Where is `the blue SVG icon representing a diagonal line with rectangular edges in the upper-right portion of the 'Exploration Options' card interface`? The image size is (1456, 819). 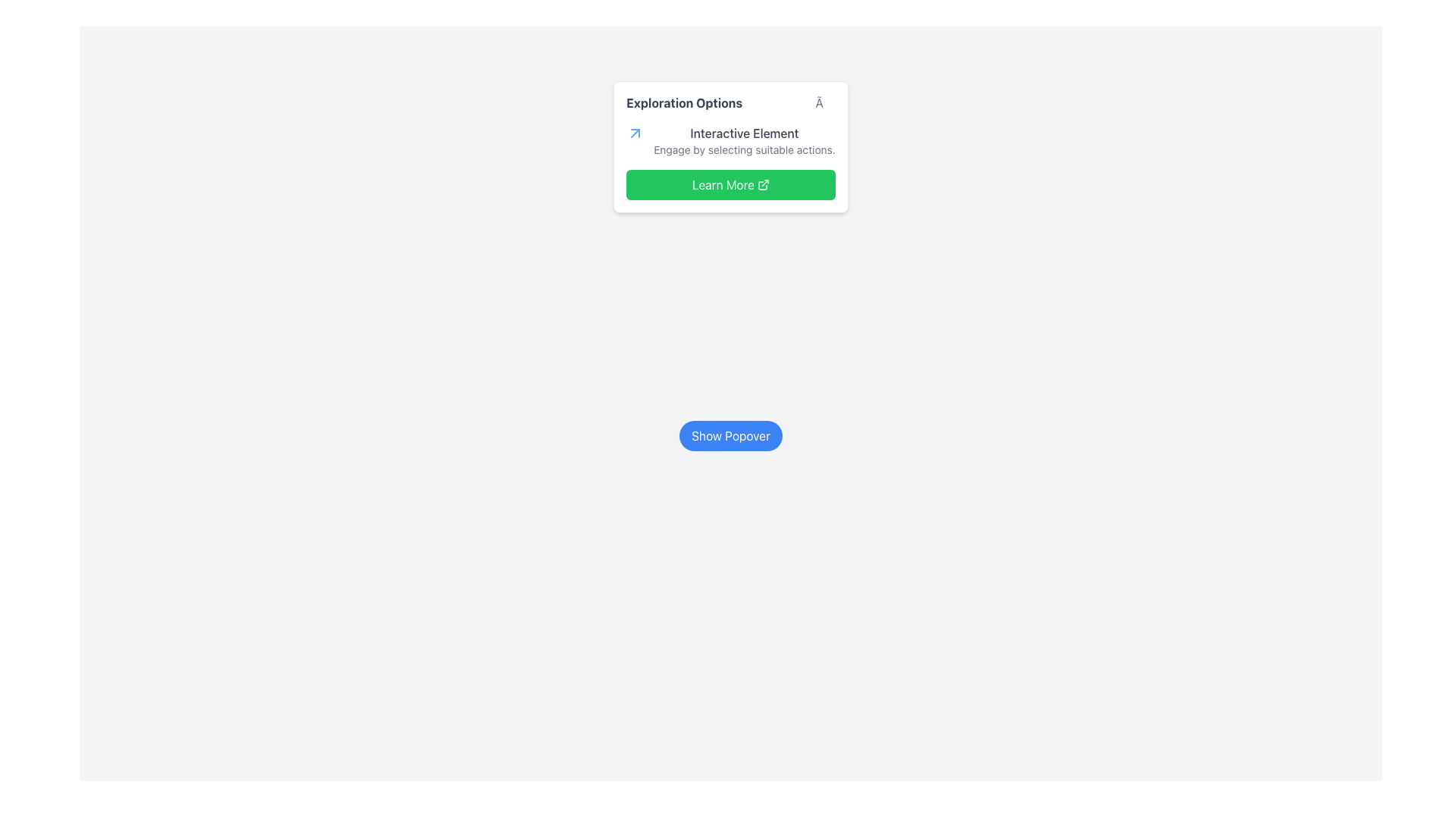 the blue SVG icon representing a diagonal line with rectangular edges in the upper-right portion of the 'Exploration Options' card interface is located at coordinates (635, 133).